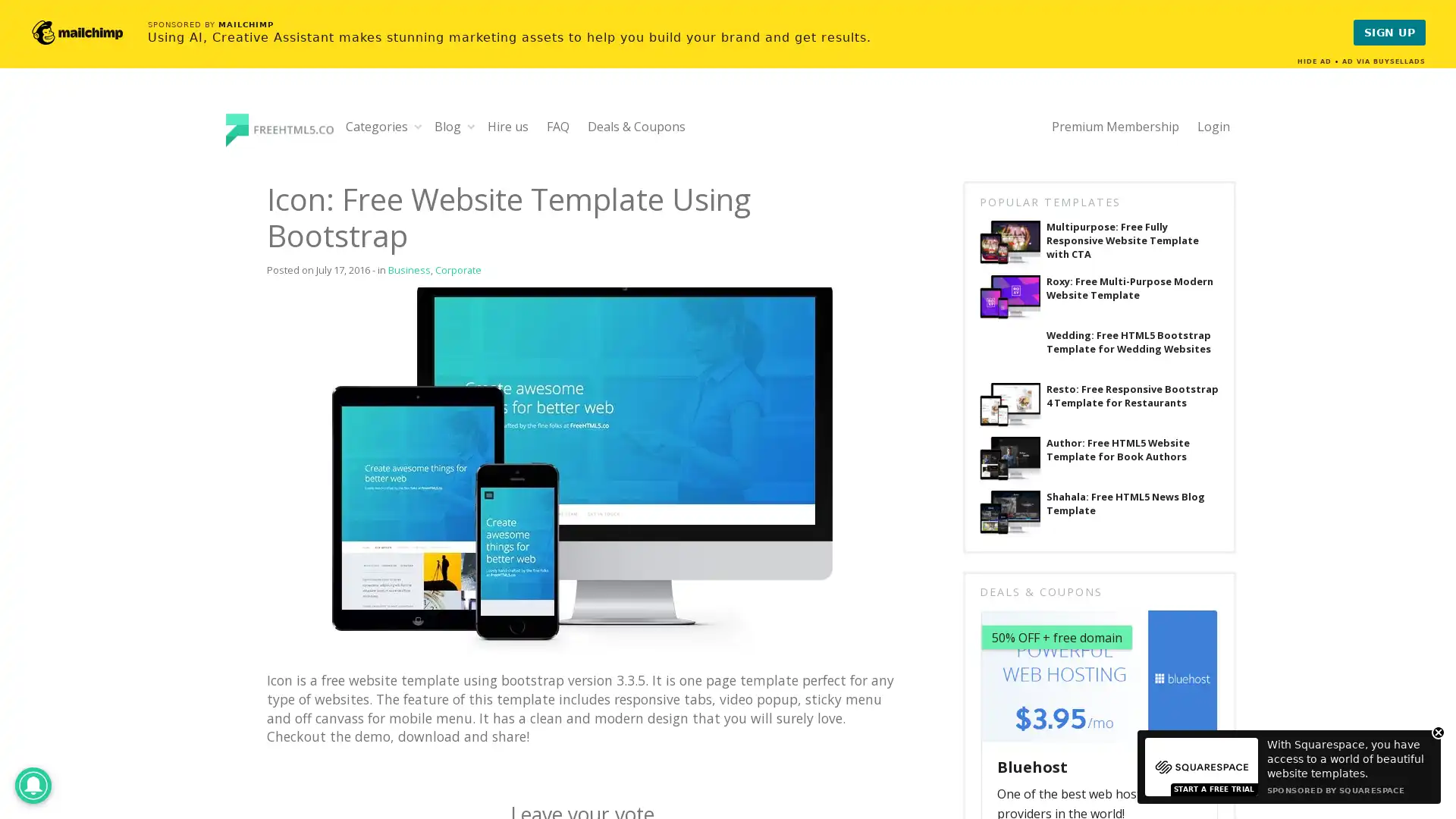 This screenshot has width=1456, height=819. I want to click on Expand child menu, so click(470, 125).